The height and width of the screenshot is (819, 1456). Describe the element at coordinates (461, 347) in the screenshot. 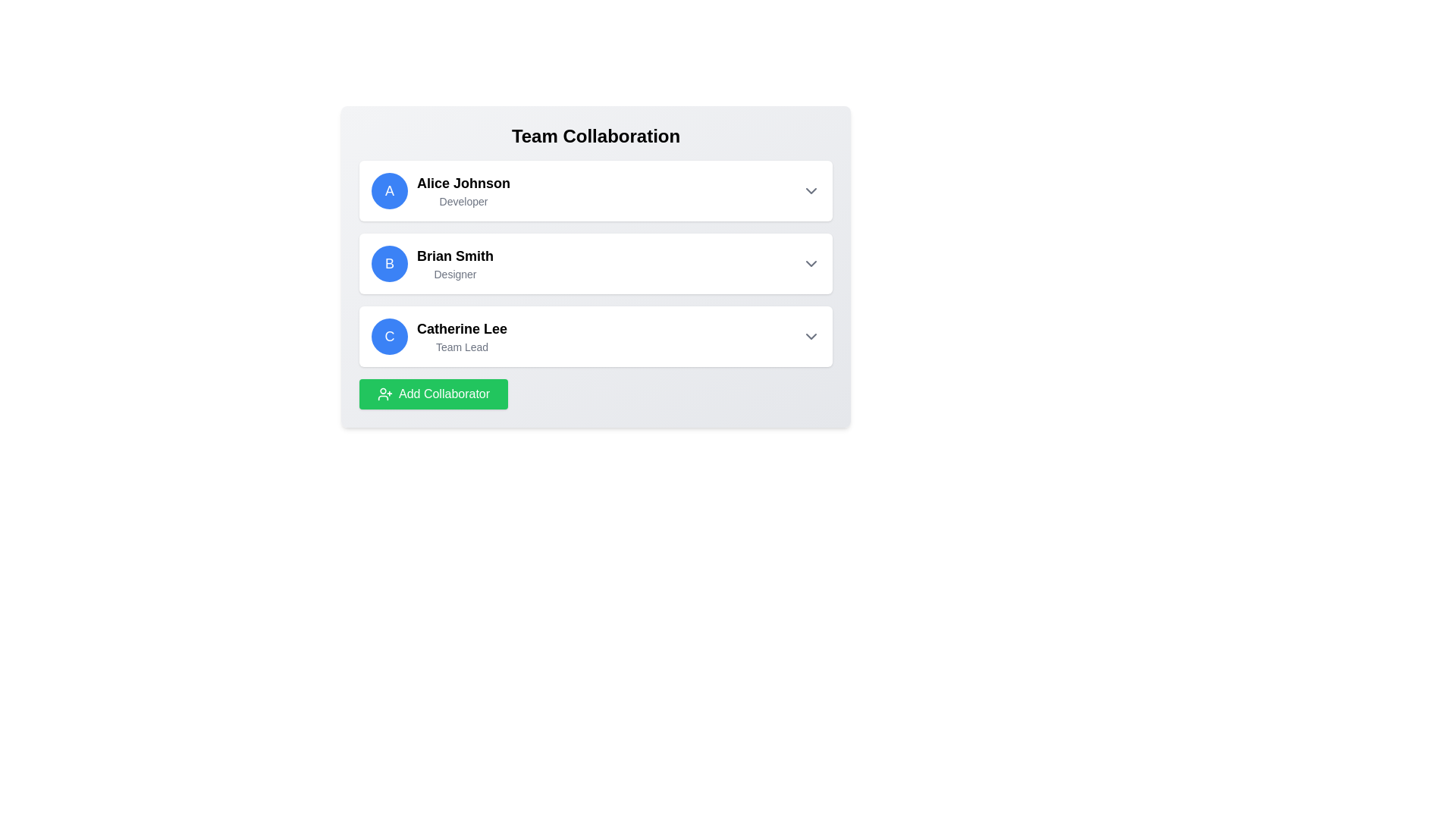

I see `the 'Team Lead' text label which is displayed in gray color and positioned below 'Catherine Lee' in the third user profile card` at that location.